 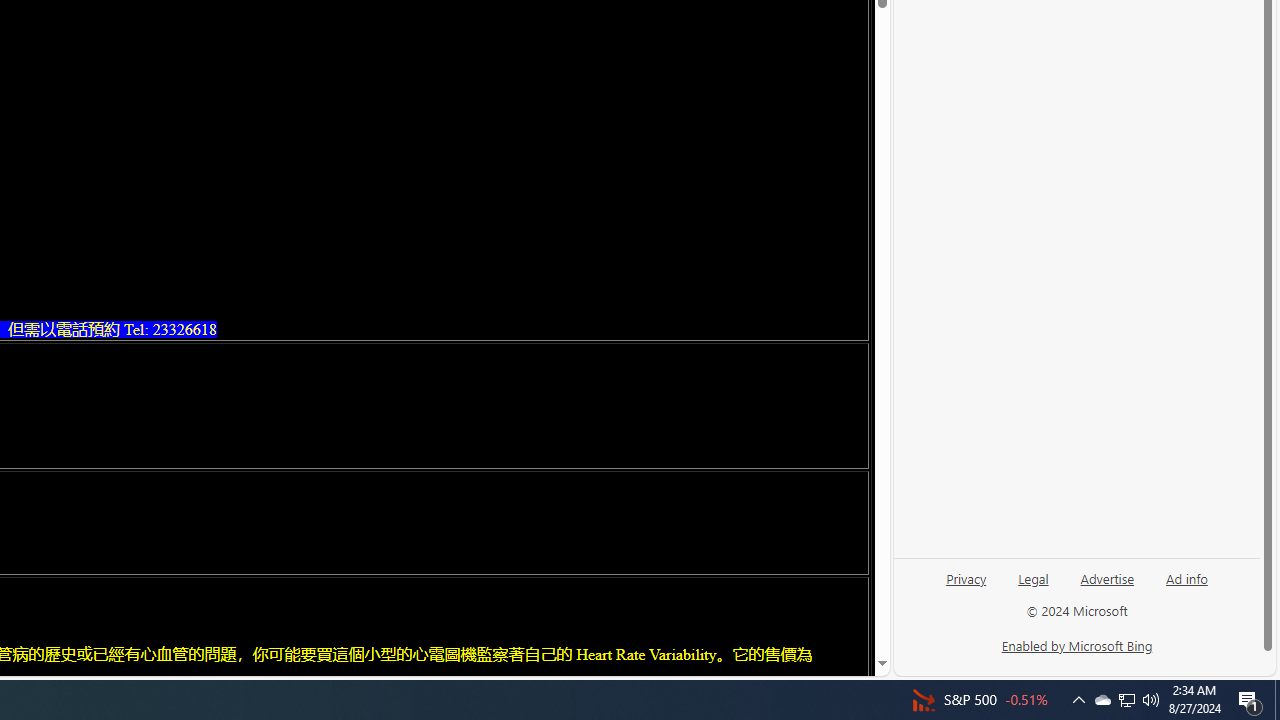 What do you see at coordinates (1106, 577) in the screenshot?
I see `'Advertise'` at bounding box center [1106, 577].